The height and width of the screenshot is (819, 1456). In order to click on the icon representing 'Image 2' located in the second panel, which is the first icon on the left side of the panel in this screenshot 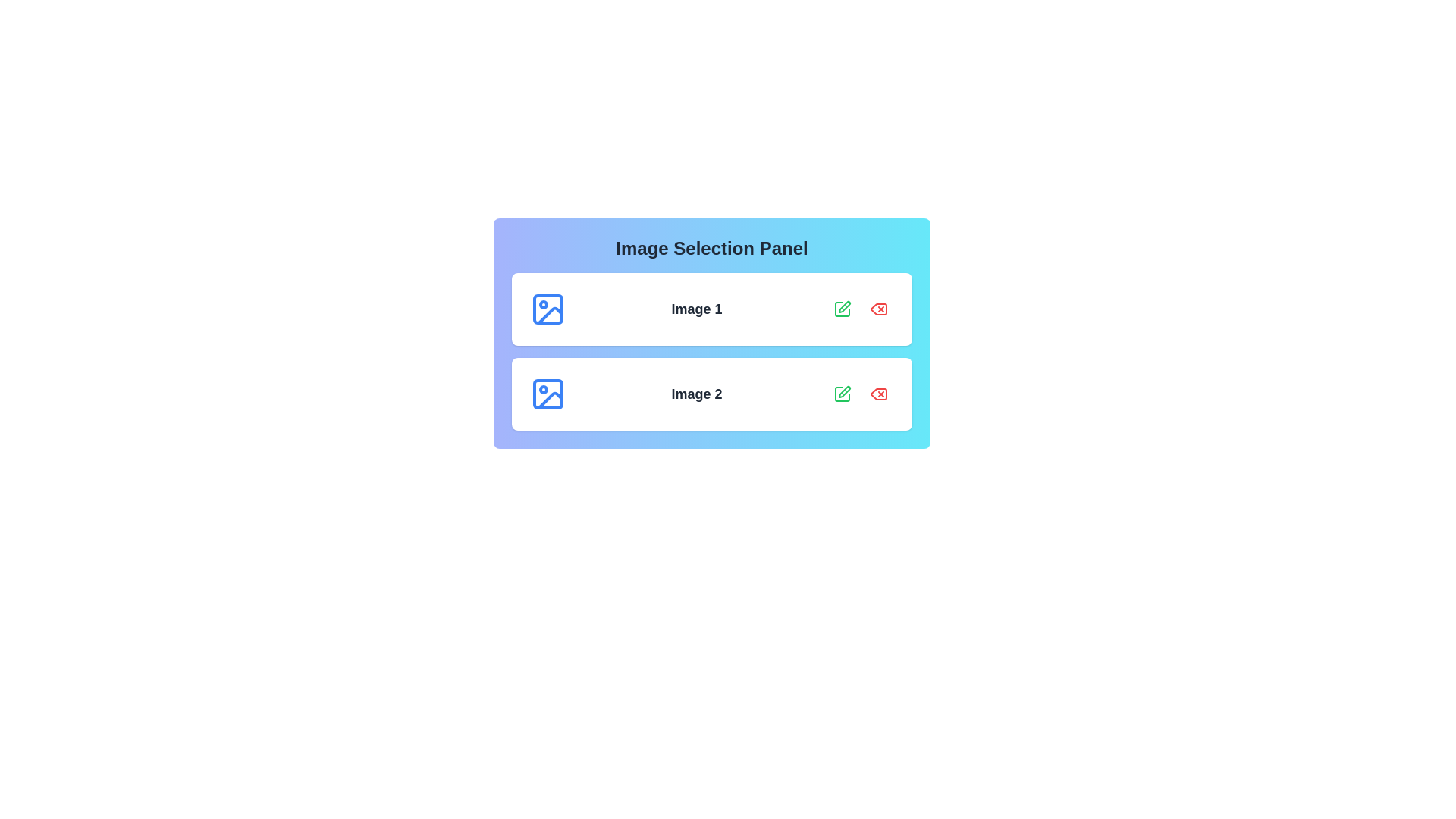, I will do `click(548, 394)`.